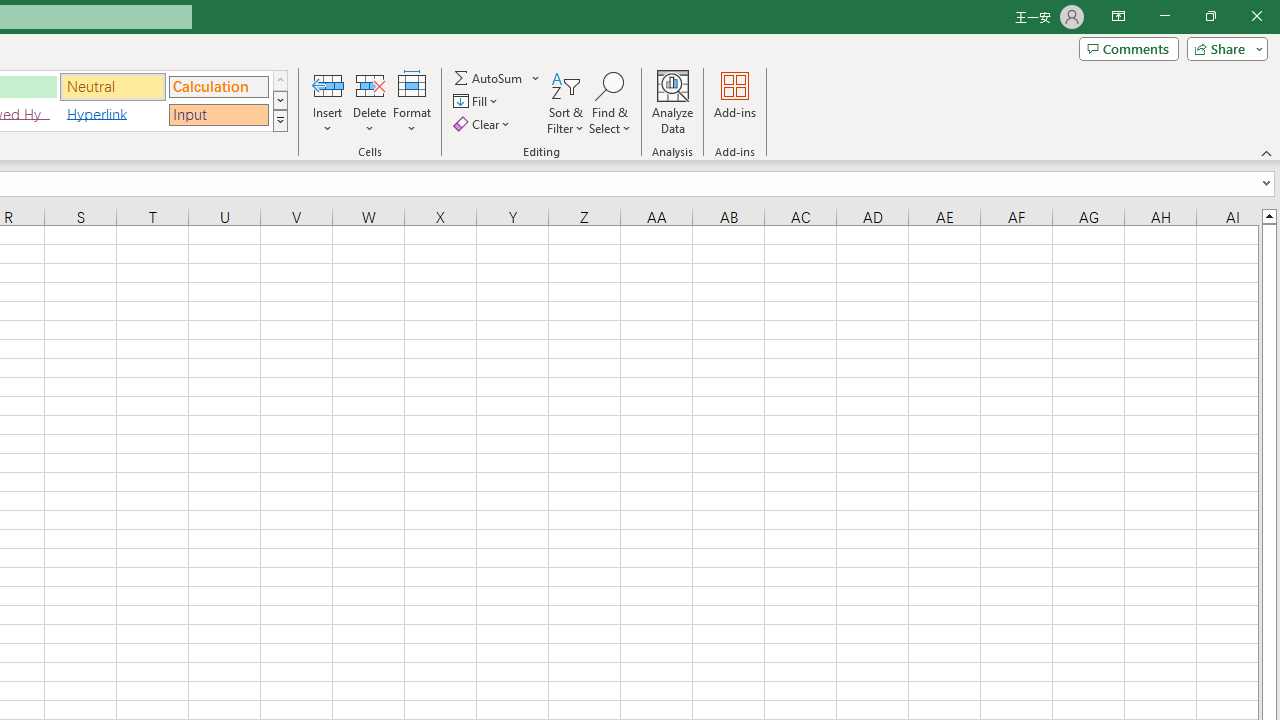 The width and height of the screenshot is (1280, 720). Describe the element at coordinates (218, 114) in the screenshot. I see `'Input'` at that location.